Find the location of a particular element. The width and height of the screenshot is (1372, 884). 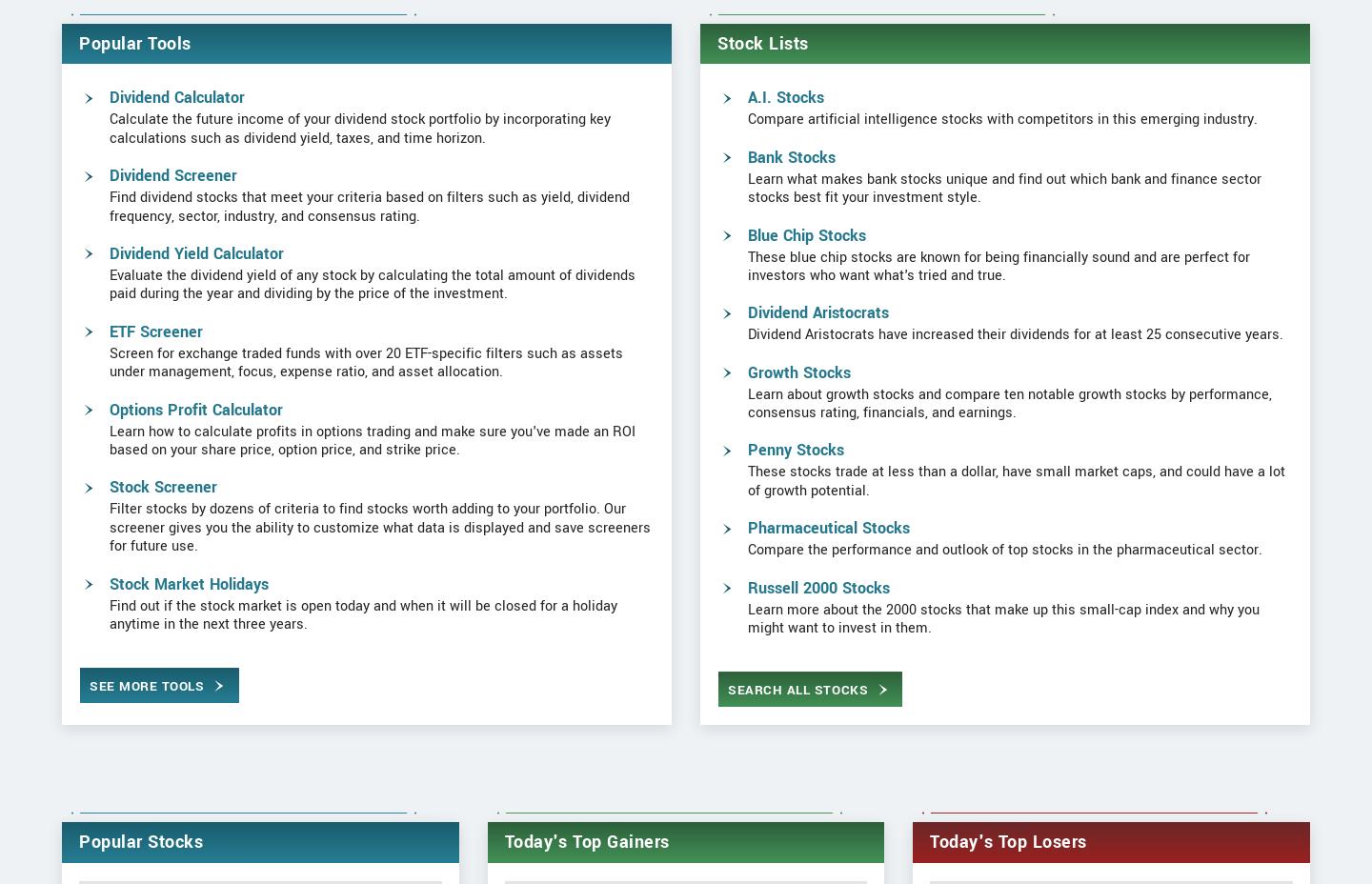

'Stock Screener' is located at coordinates (110, 548).